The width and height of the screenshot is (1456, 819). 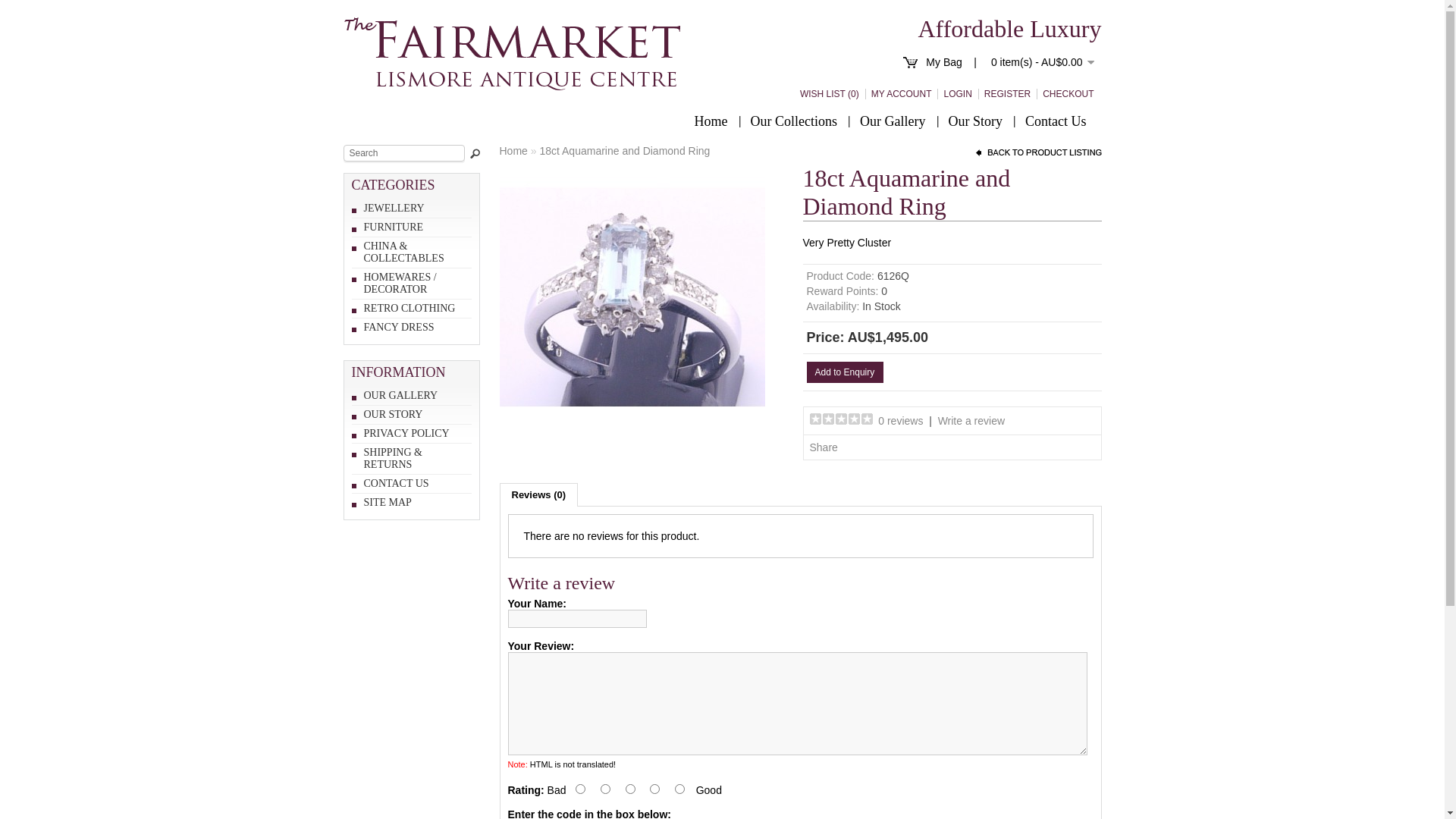 What do you see at coordinates (364, 227) in the screenshot?
I see `'FURNITURE'` at bounding box center [364, 227].